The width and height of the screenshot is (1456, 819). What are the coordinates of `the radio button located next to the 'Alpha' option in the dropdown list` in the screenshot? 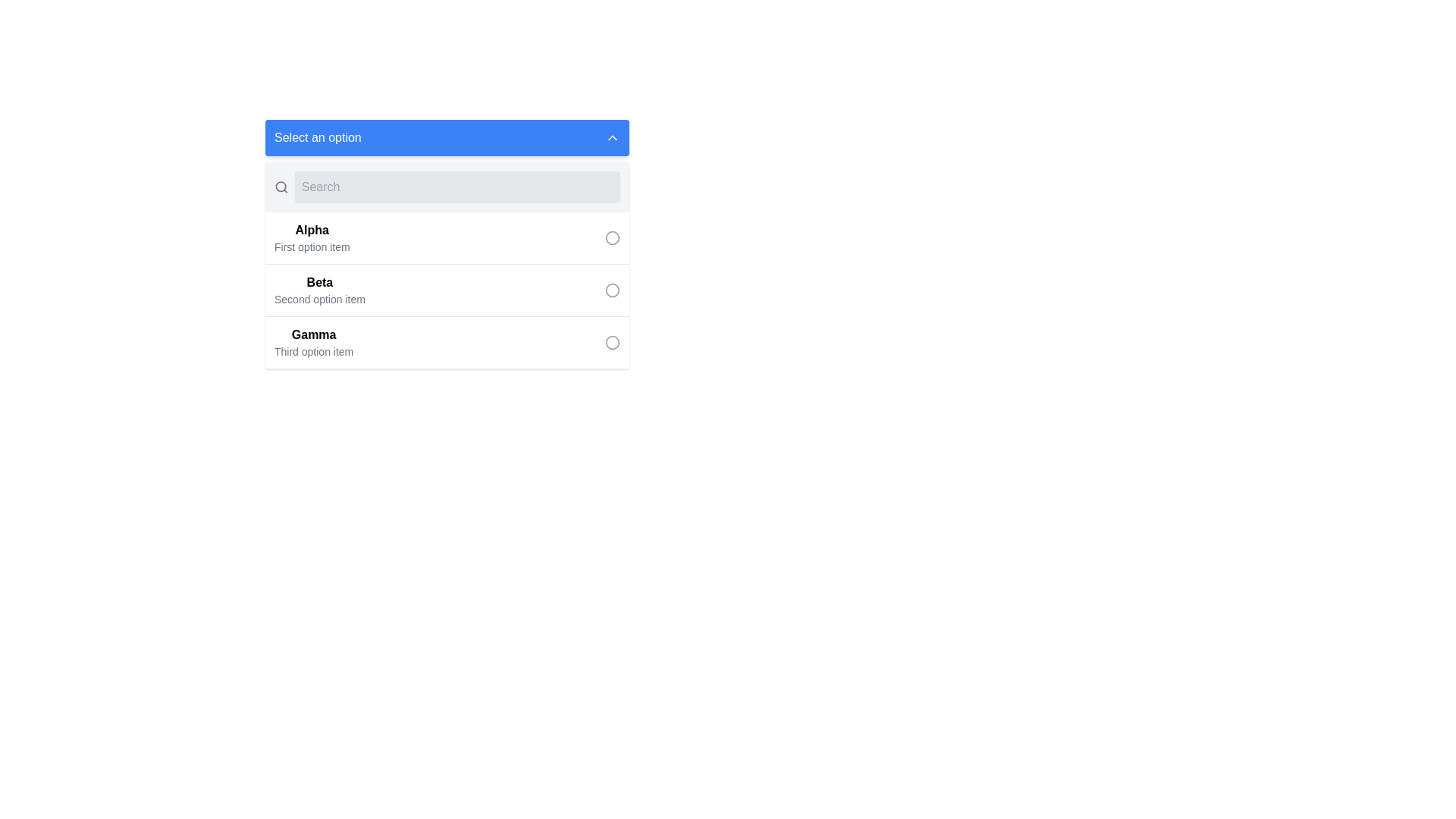 It's located at (612, 237).